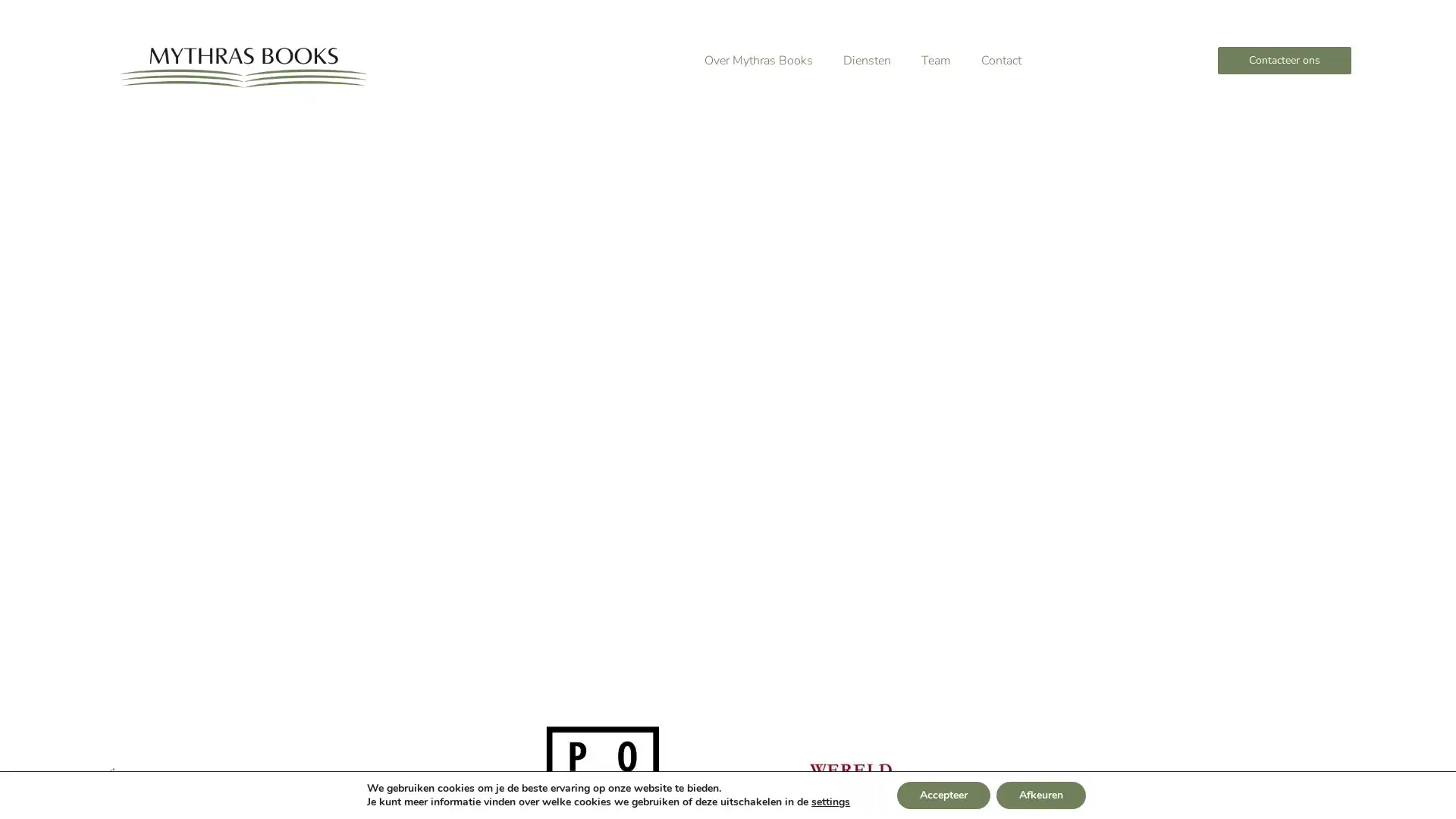 This screenshot has width=1456, height=819. Describe the element at coordinates (1283, 60) in the screenshot. I see `Contacteer ons` at that location.